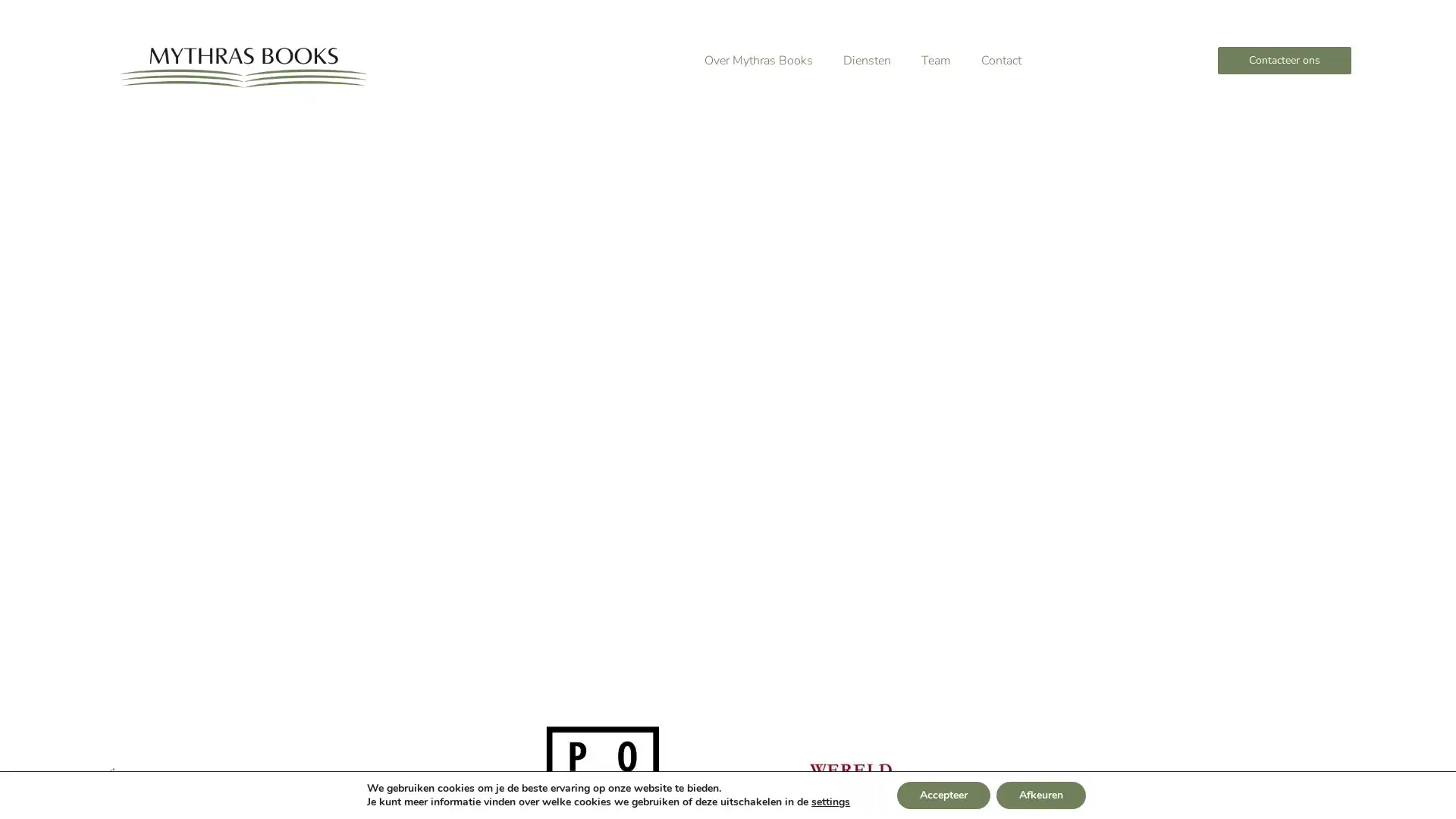 This screenshot has width=1456, height=819. Describe the element at coordinates (1283, 60) in the screenshot. I see `Contacteer ons` at that location.